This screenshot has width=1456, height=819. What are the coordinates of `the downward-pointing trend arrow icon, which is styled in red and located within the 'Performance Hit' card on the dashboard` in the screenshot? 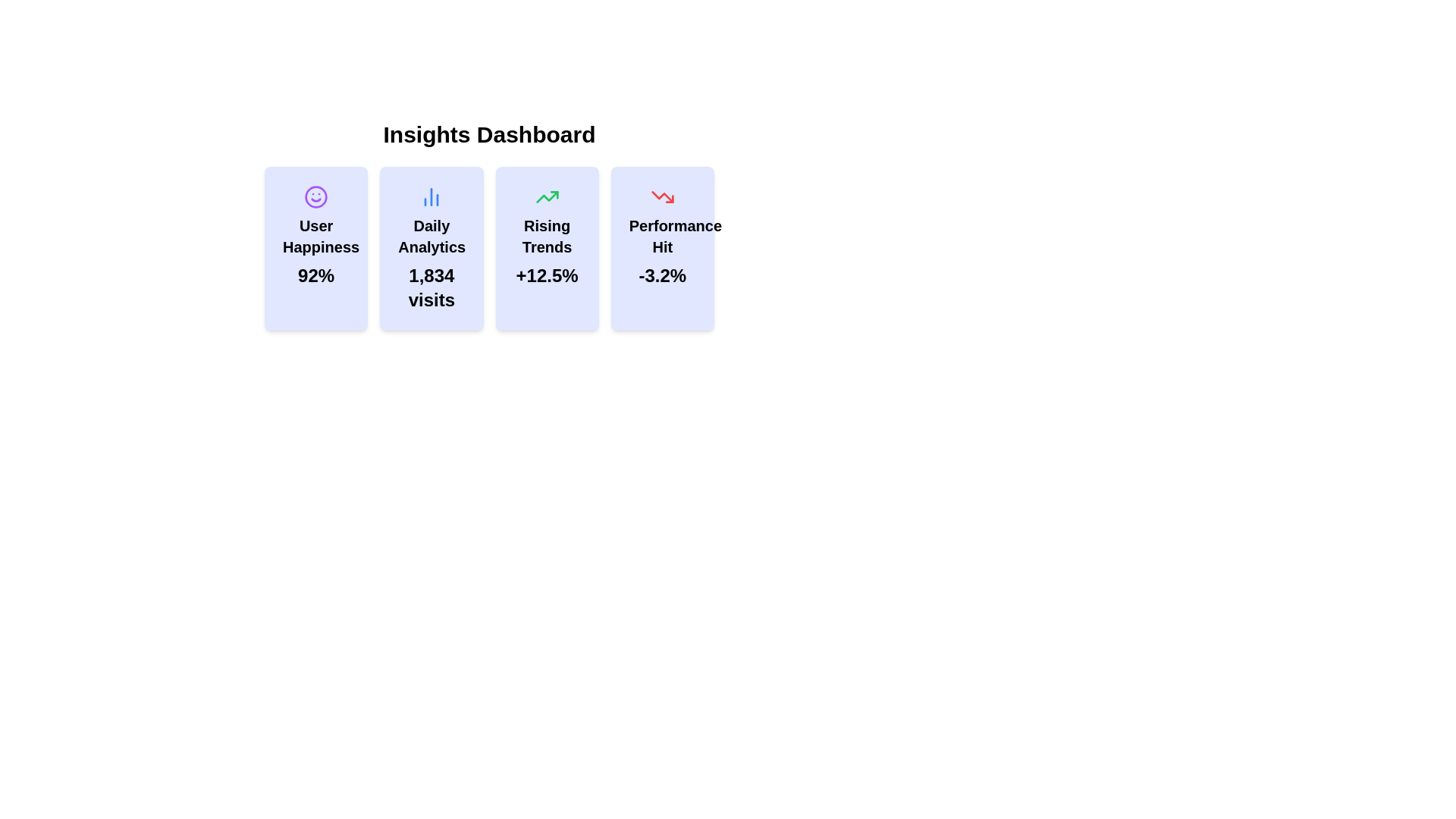 It's located at (662, 196).